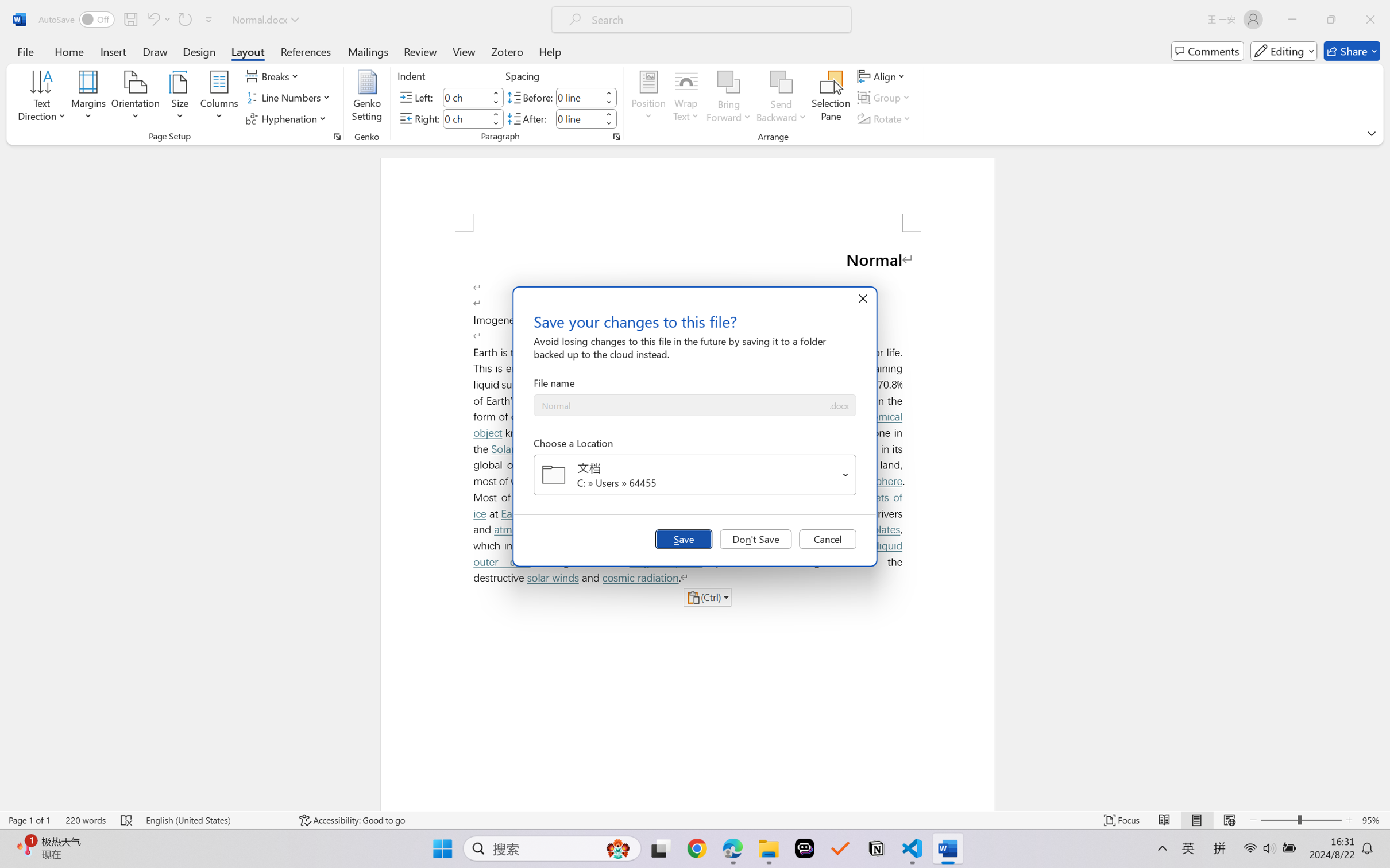 The image size is (1390, 868). I want to click on 'More', so click(608, 114).